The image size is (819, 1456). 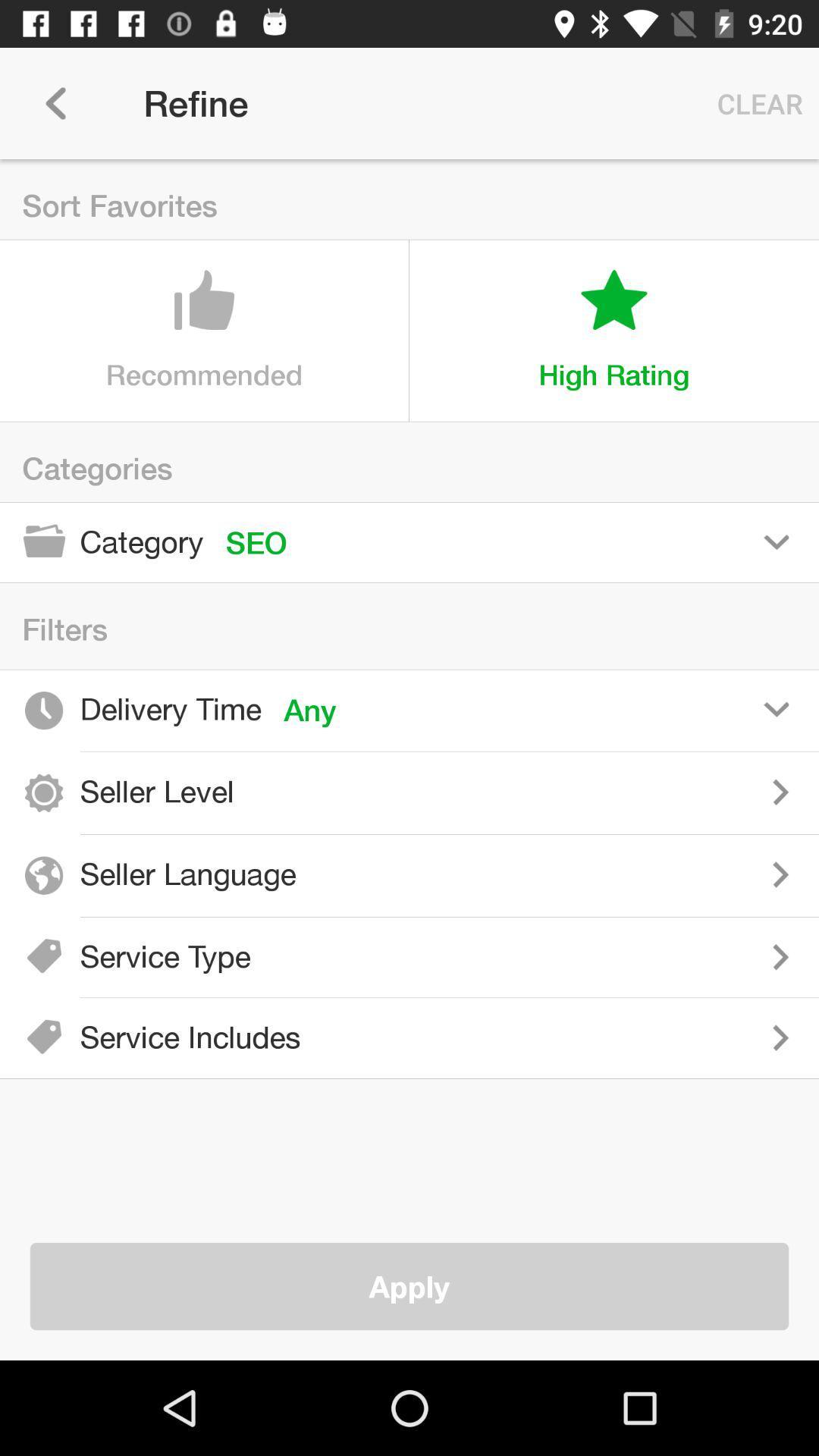 I want to click on the clear, so click(x=756, y=102).